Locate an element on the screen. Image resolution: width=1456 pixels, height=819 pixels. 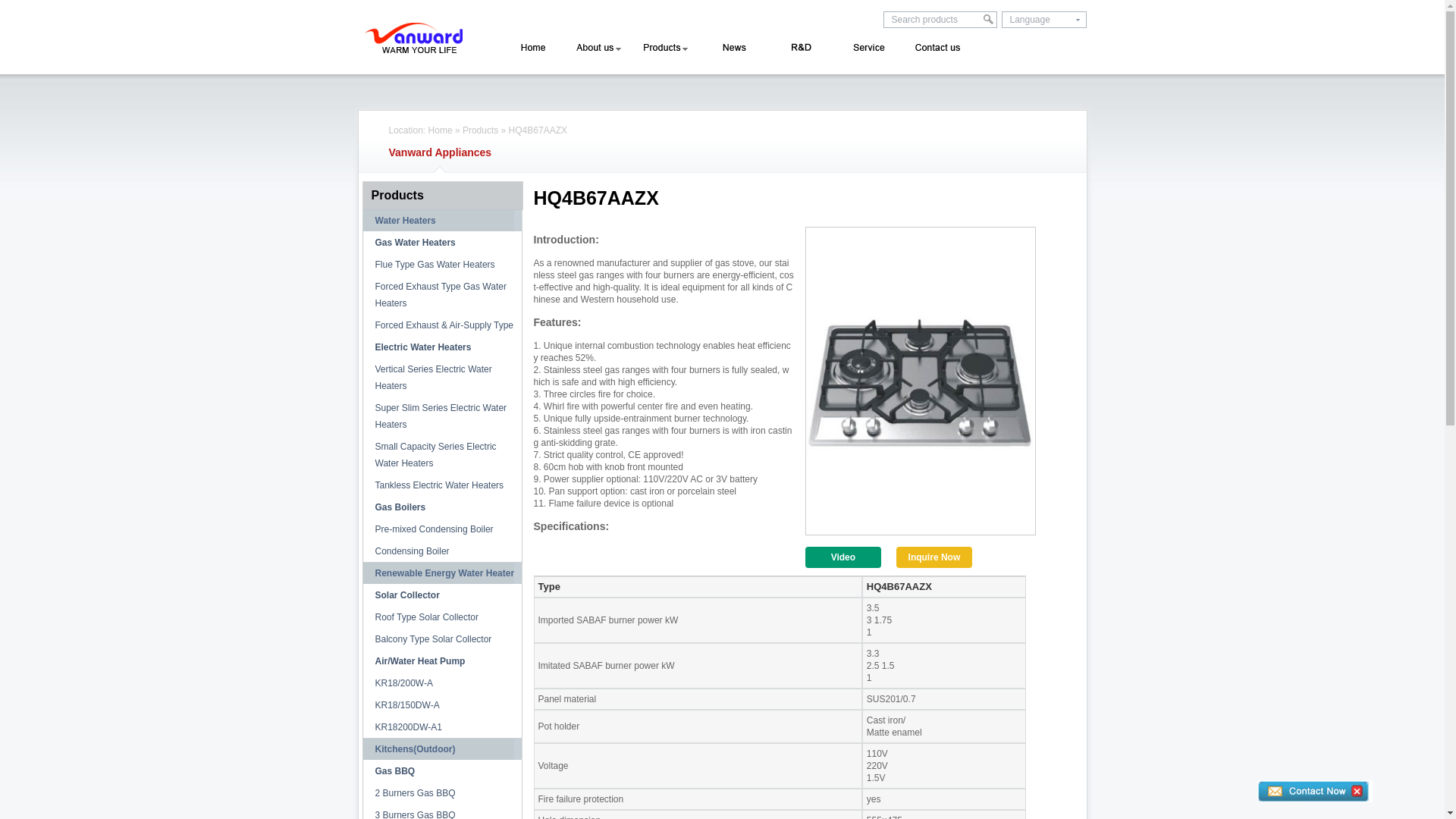
'Gas Water Heaters' is located at coordinates (441, 242).